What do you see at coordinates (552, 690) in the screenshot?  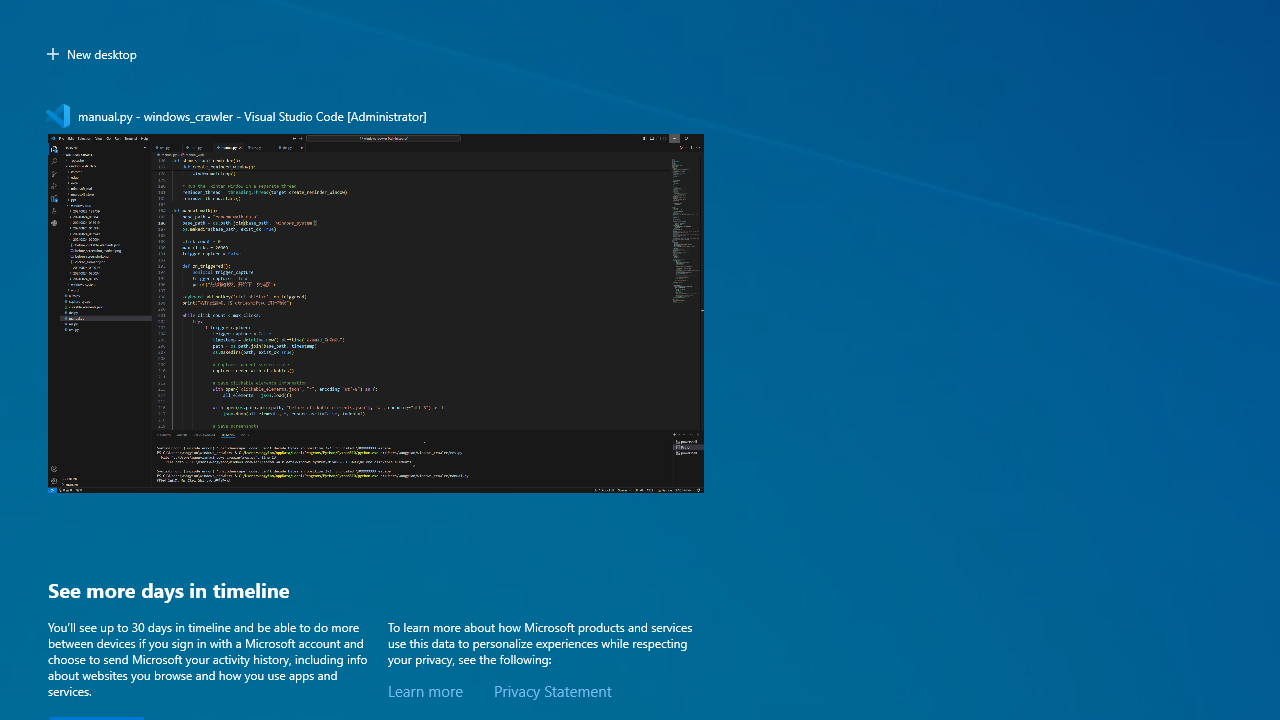 I see `'Privacy Statement'` at bounding box center [552, 690].